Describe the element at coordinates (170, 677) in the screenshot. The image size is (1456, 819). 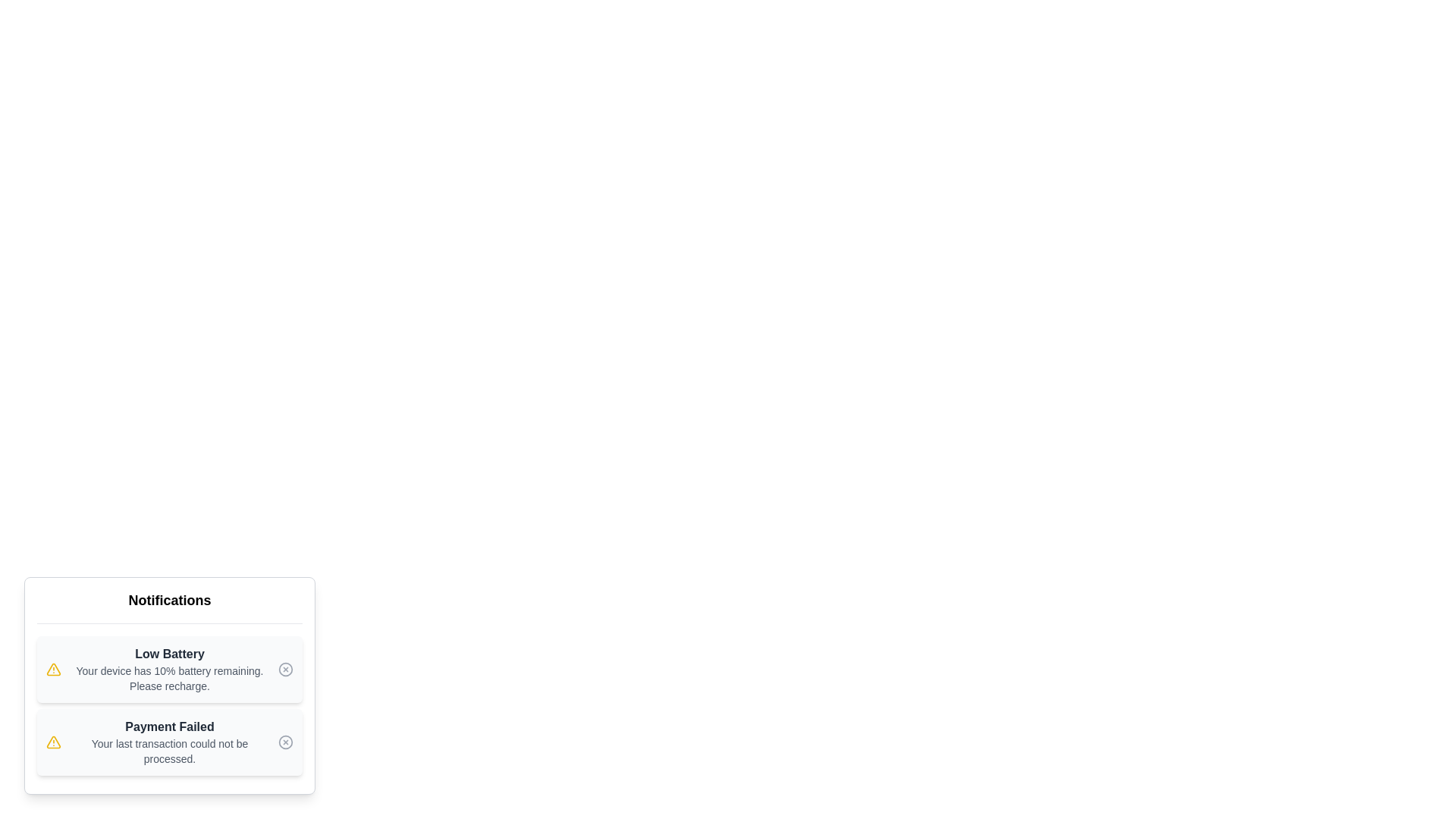
I see `text content of the informative notification Text Label located below the 'Low Battery' text within the notification card` at that location.